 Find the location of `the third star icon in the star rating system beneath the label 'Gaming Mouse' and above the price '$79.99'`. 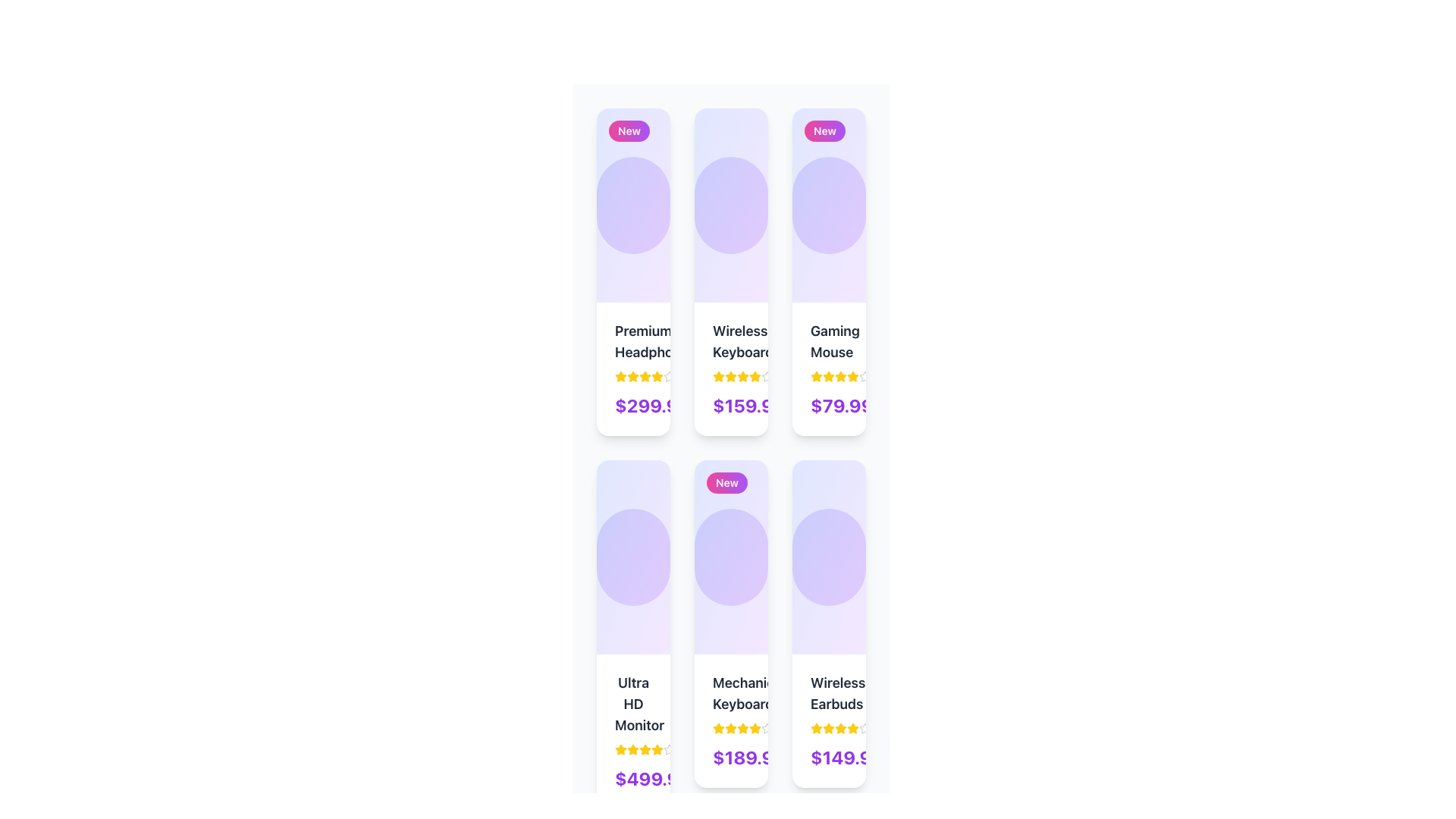

the third star icon in the star rating system beneath the label 'Gaming Mouse' and above the price '$79.99' is located at coordinates (828, 376).